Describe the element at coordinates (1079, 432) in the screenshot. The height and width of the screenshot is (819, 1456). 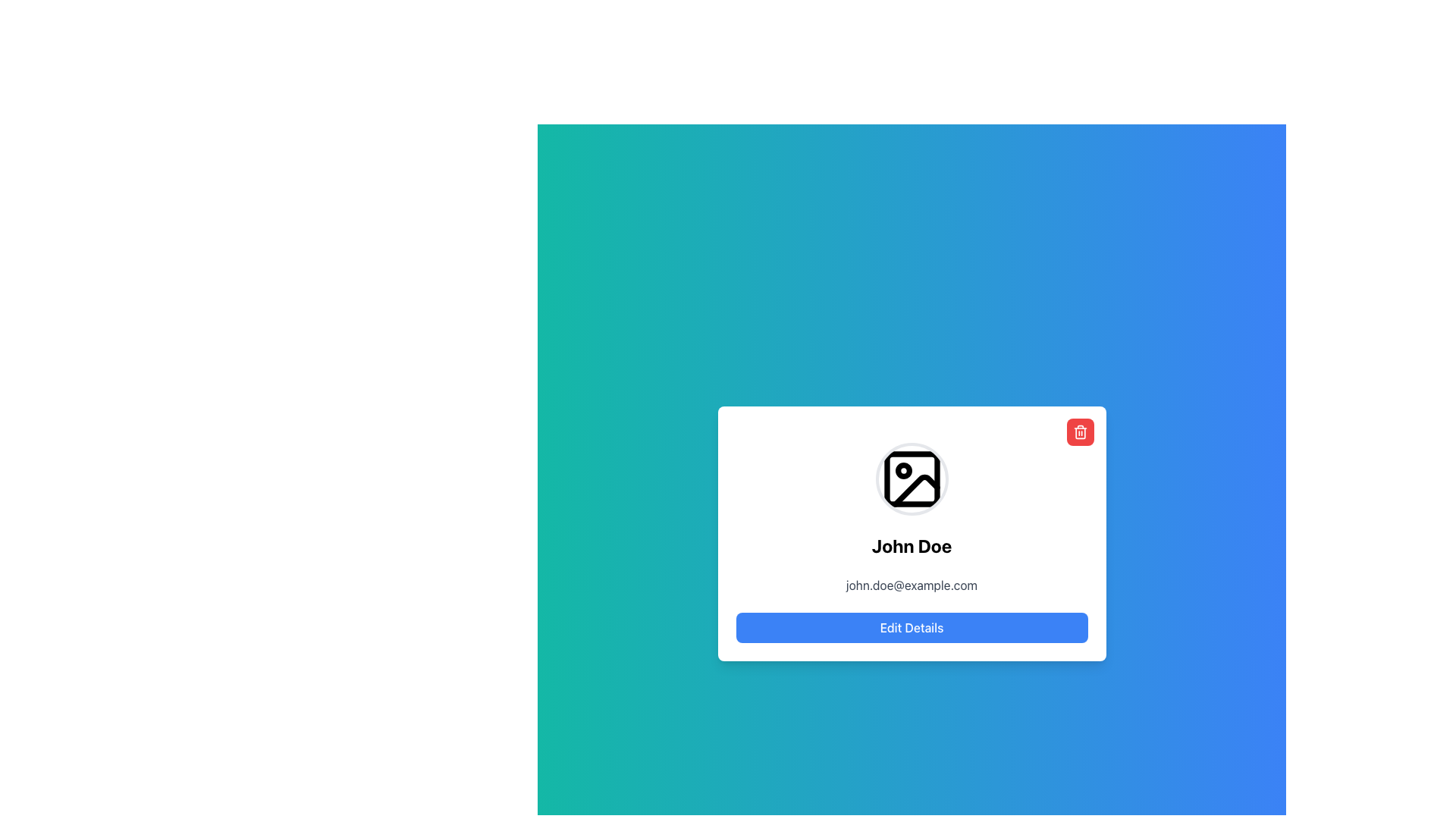
I see `the trash icon located in the top-right corner of the white card component` at that location.